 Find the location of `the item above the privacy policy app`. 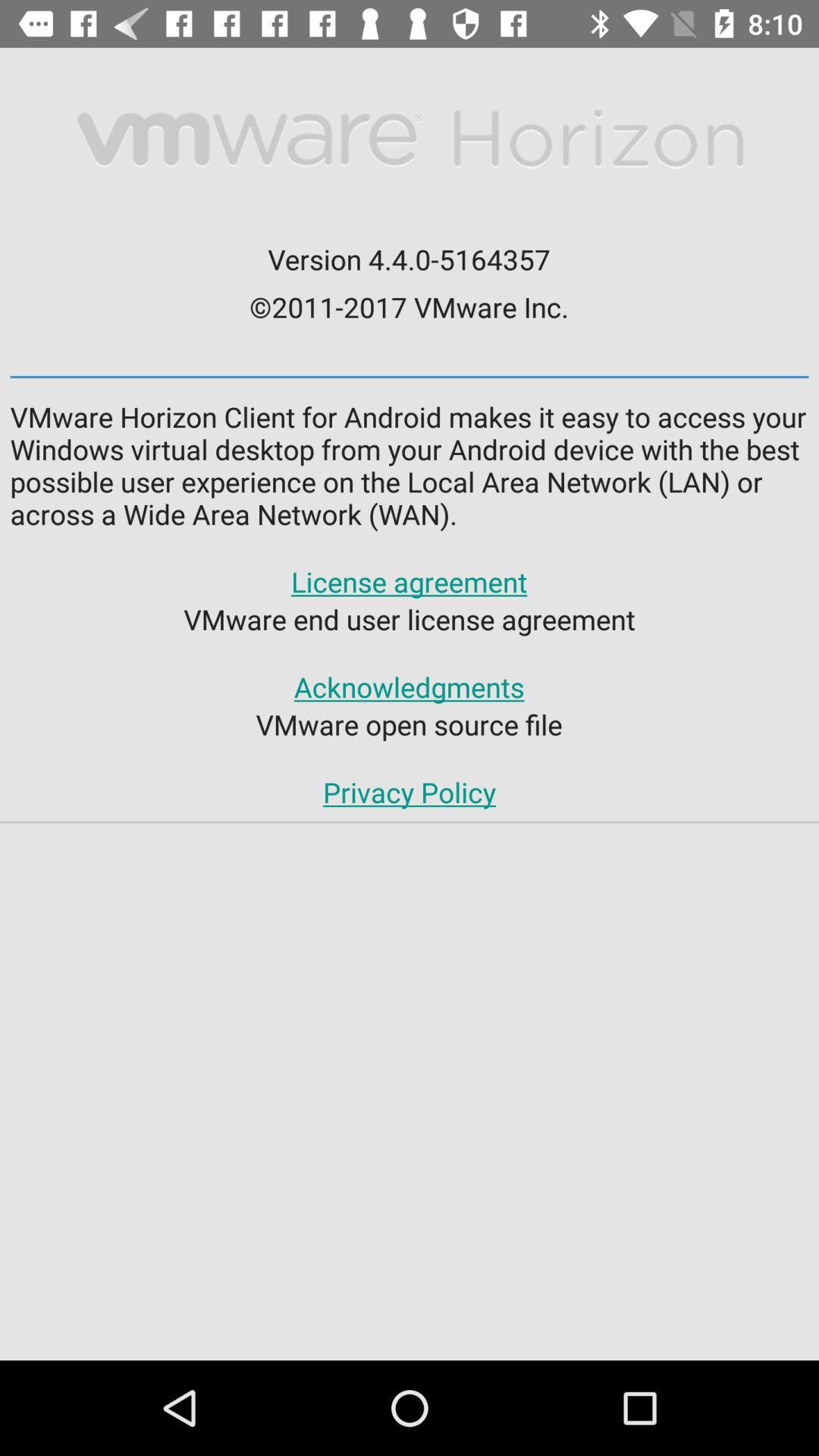

the item above the privacy policy app is located at coordinates (408, 723).